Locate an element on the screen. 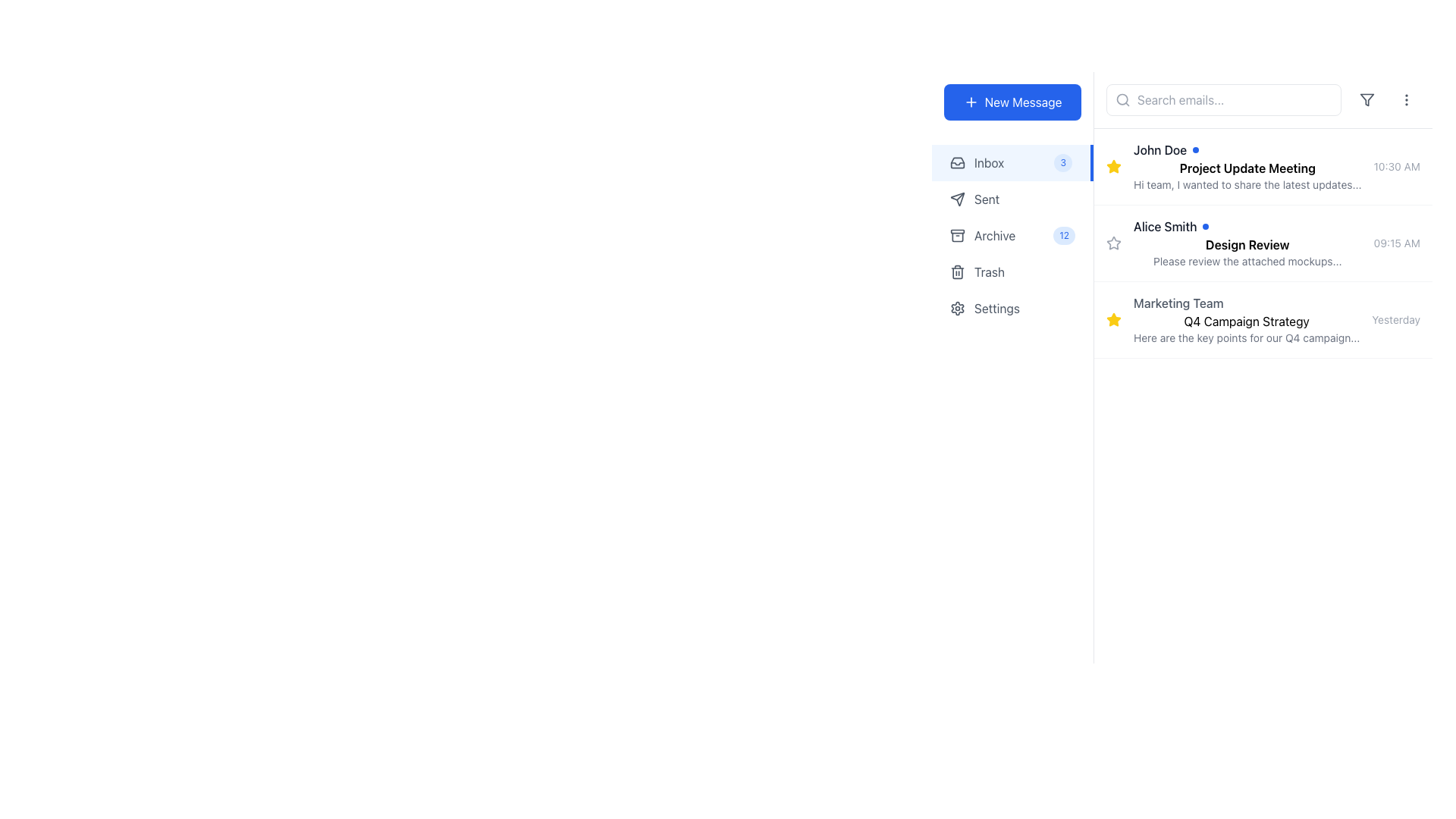 The height and width of the screenshot is (819, 1456). the second list item in the email inbox featuring the sender 'Alice Smith' and the title 'Design Review' is located at coordinates (1263, 243).